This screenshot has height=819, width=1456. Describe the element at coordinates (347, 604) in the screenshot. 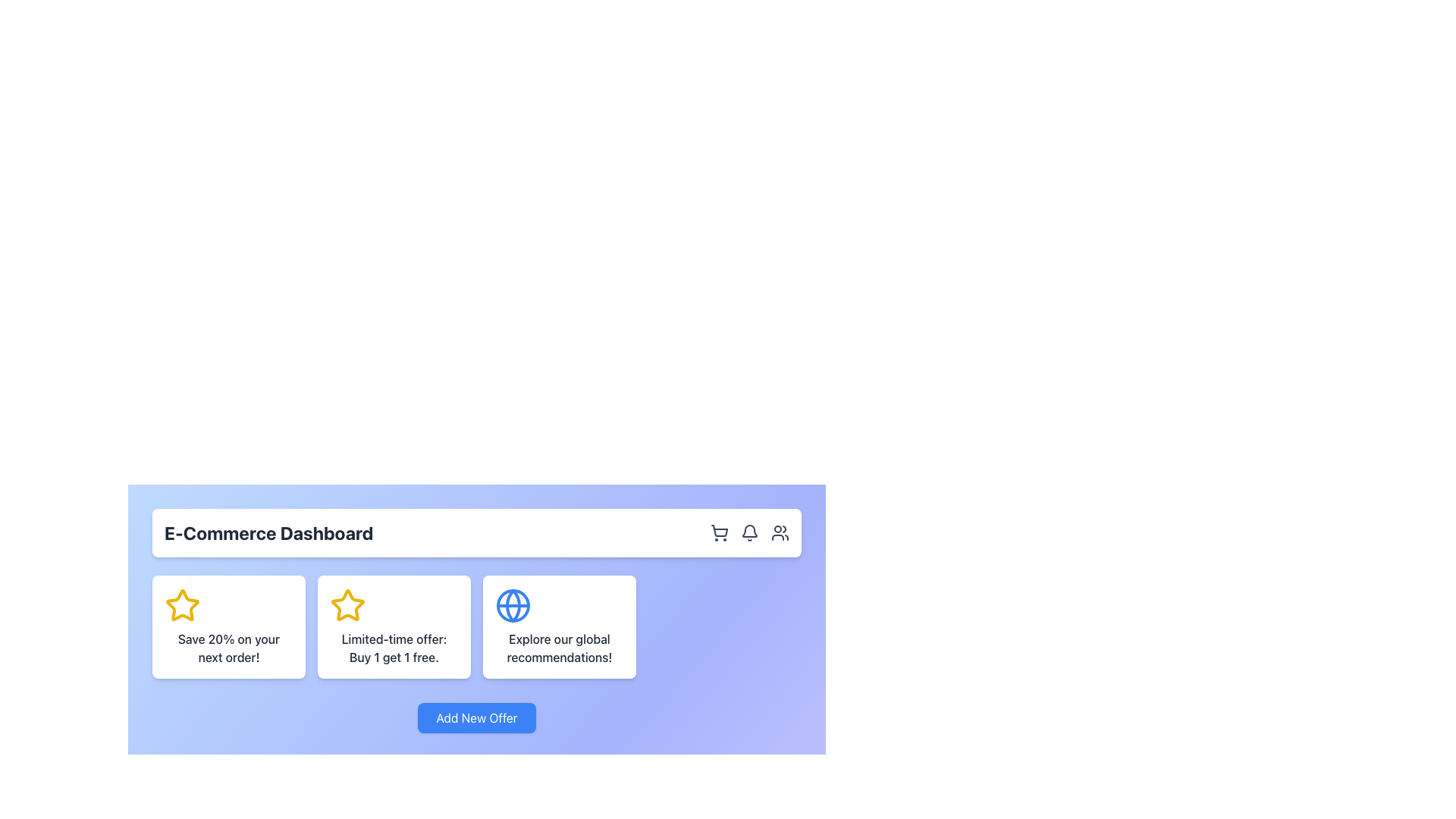

I see `the star icon located in the second card from the left under the 'E-Commerce Dashboard' header, which indicates special offers or sales` at that location.